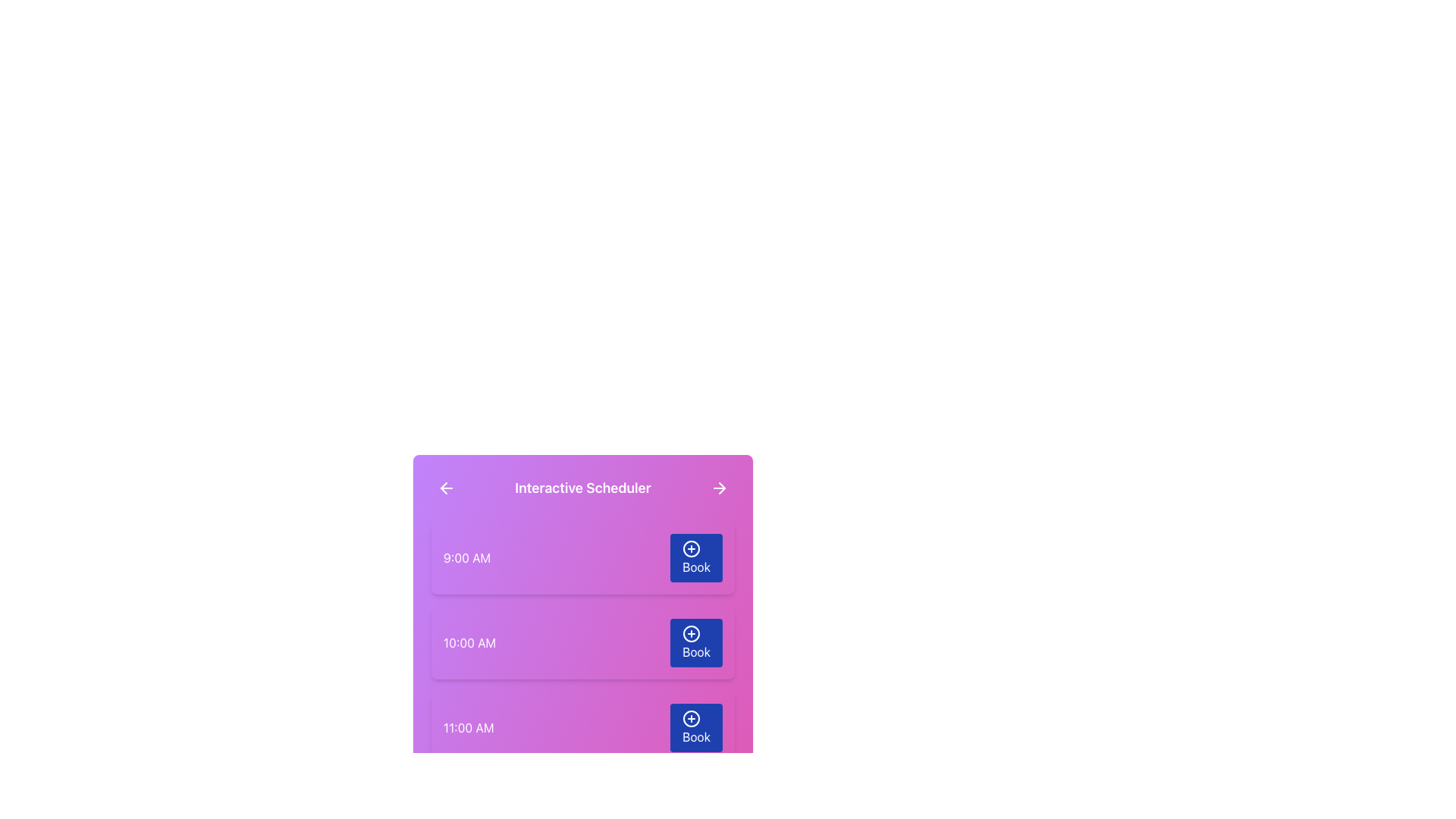 This screenshot has height=819, width=1456. I want to click on the blue rectangular button with rounded corners labeled 'Book', located on the far right of the second row, to book the time slot, so click(695, 643).